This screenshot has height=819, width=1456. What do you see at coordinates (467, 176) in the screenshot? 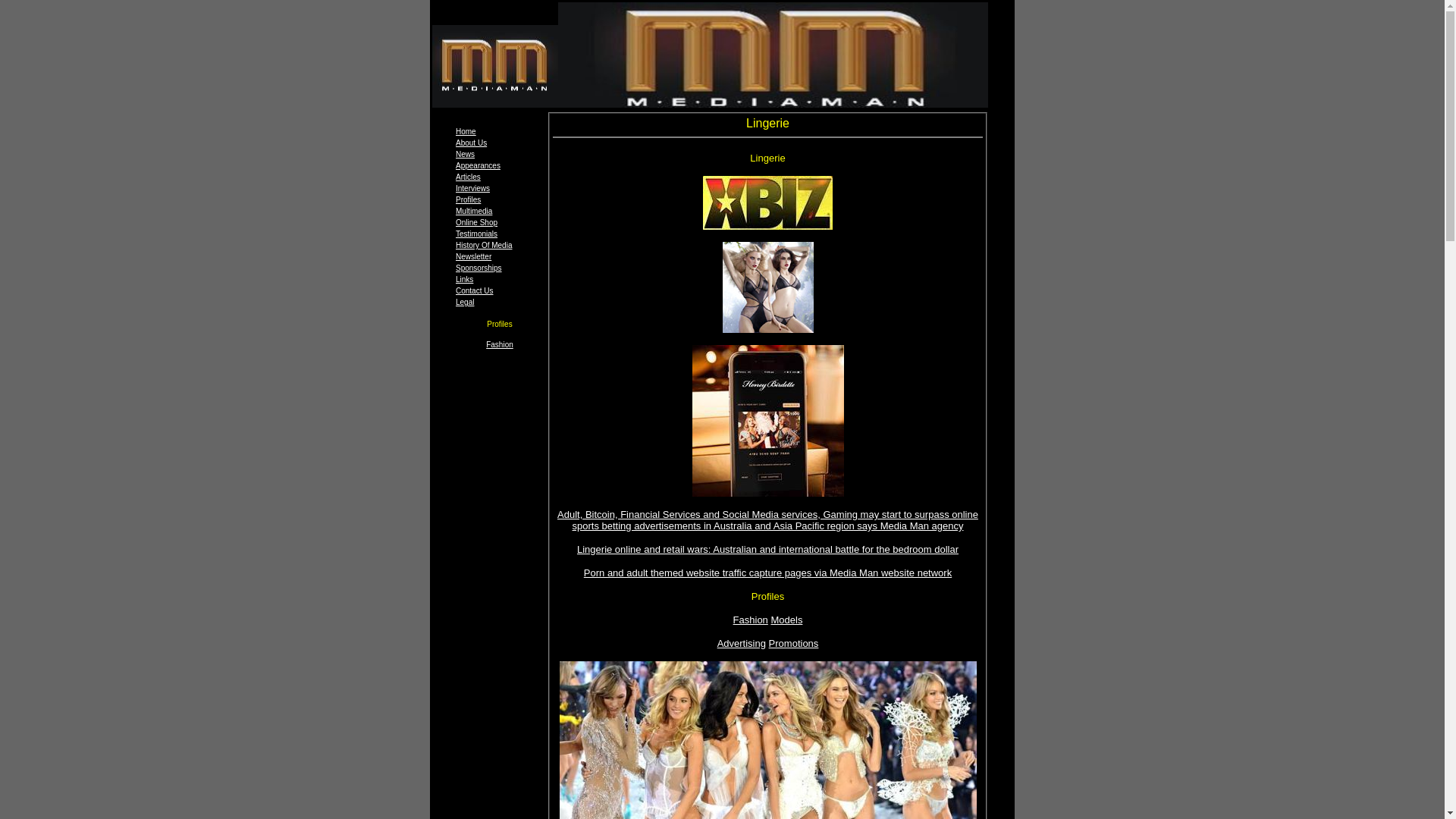
I see `'Articles'` at bounding box center [467, 176].